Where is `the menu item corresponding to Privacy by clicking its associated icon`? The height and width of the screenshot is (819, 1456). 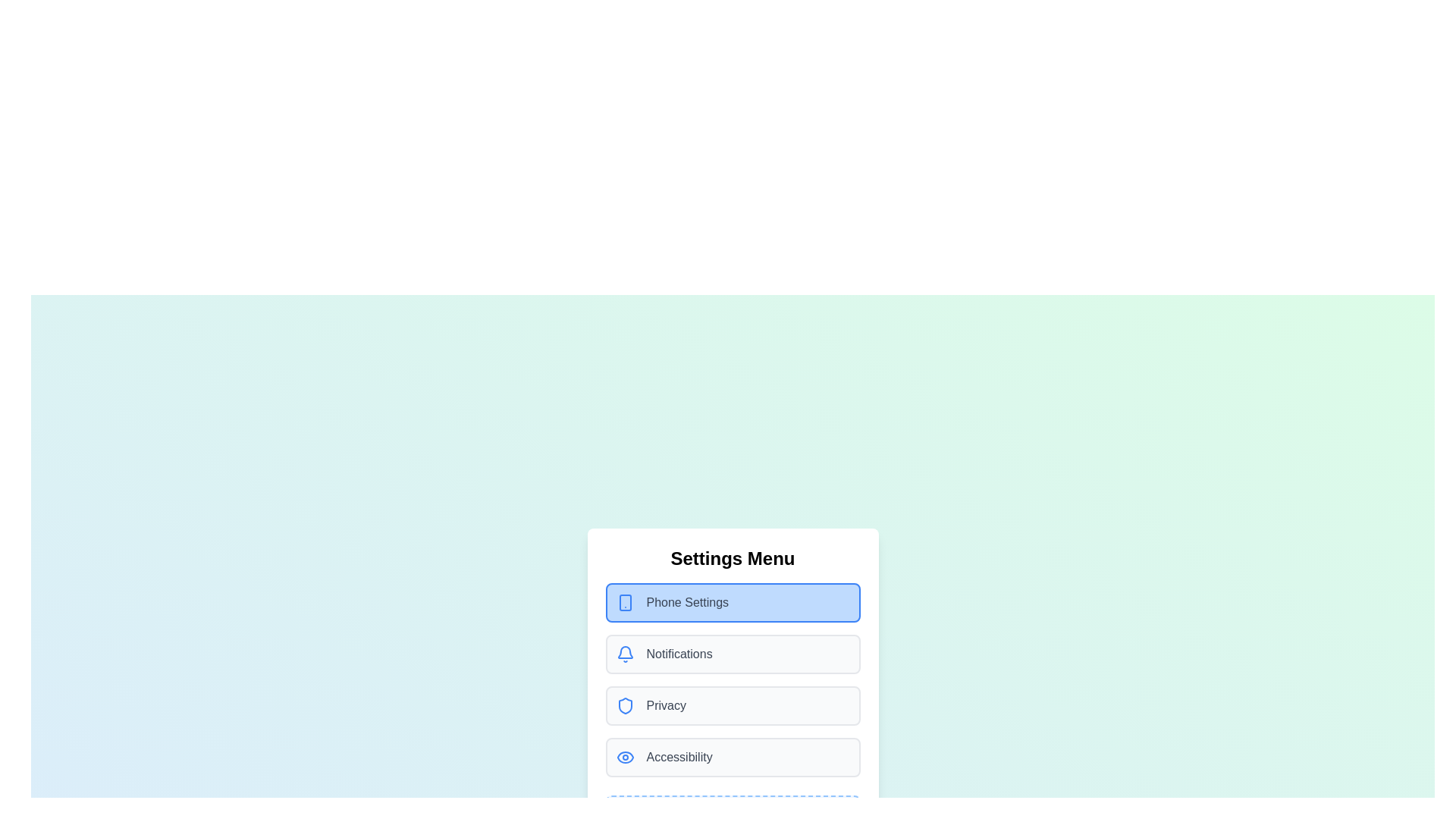
the menu item corresponding to Privacy by clicking its associated icon is located at coordinates (625, 705).